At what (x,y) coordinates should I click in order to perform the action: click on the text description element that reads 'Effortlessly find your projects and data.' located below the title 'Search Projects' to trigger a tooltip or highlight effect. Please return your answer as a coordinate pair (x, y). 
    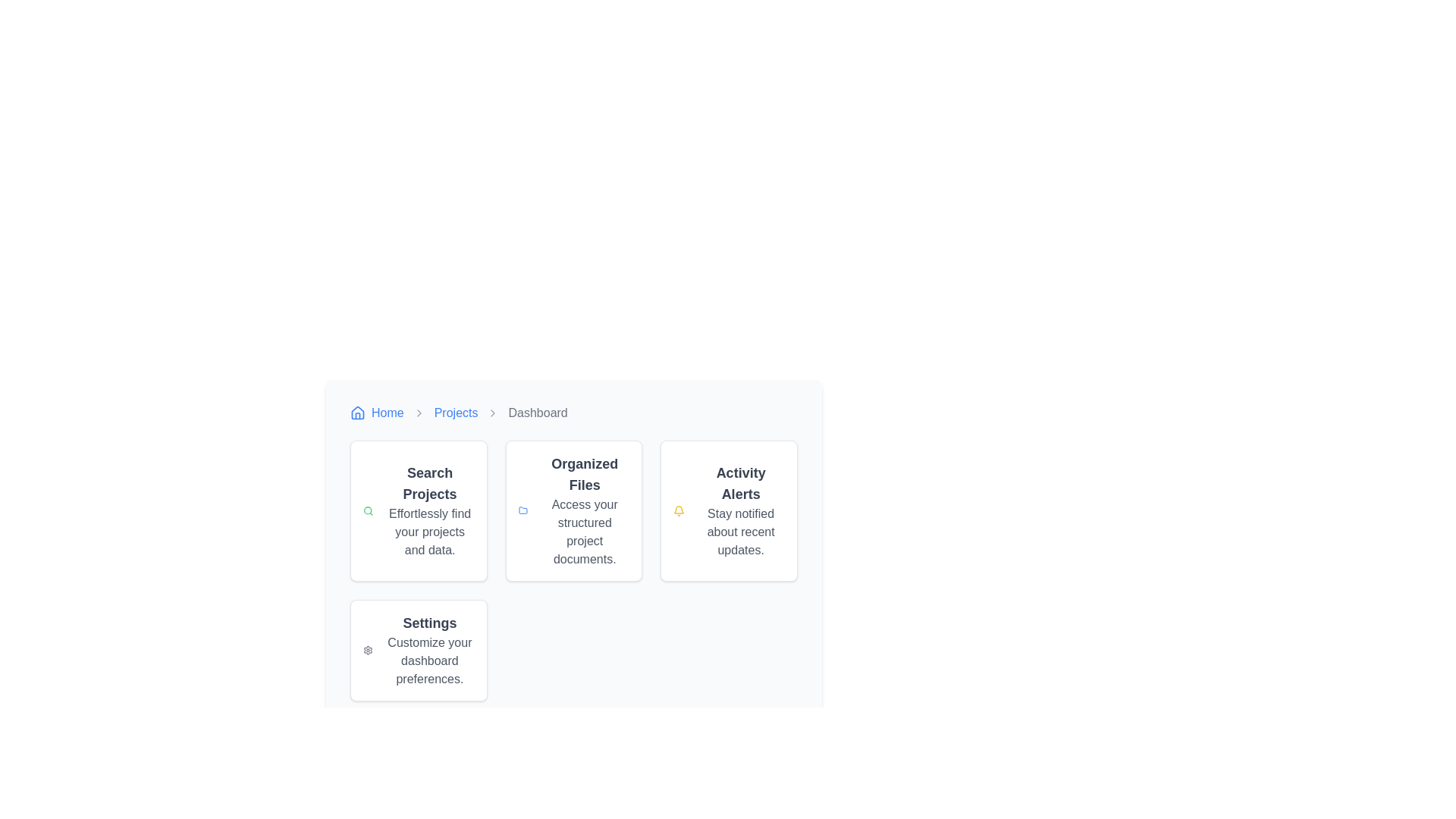
    Looking at the image, I should click on (429, 532).